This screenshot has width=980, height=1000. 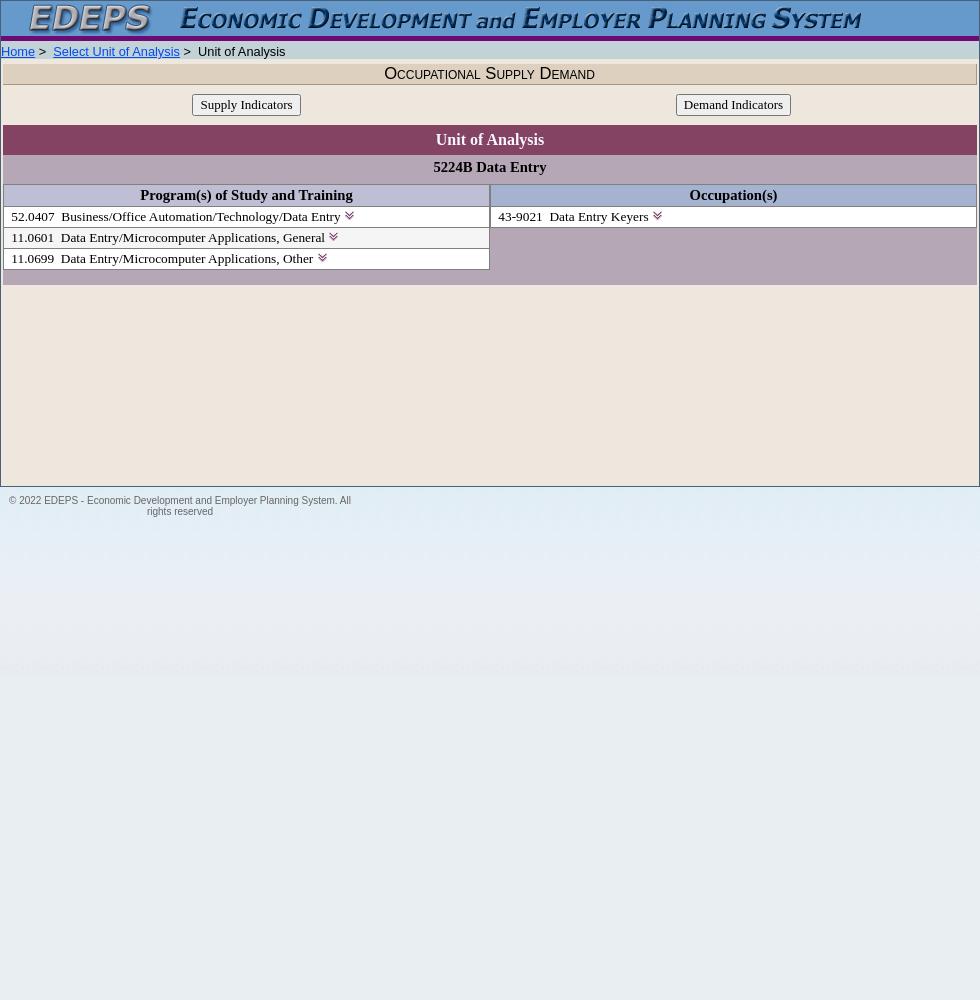 I want to click on '>', so click(x=34, y=51).